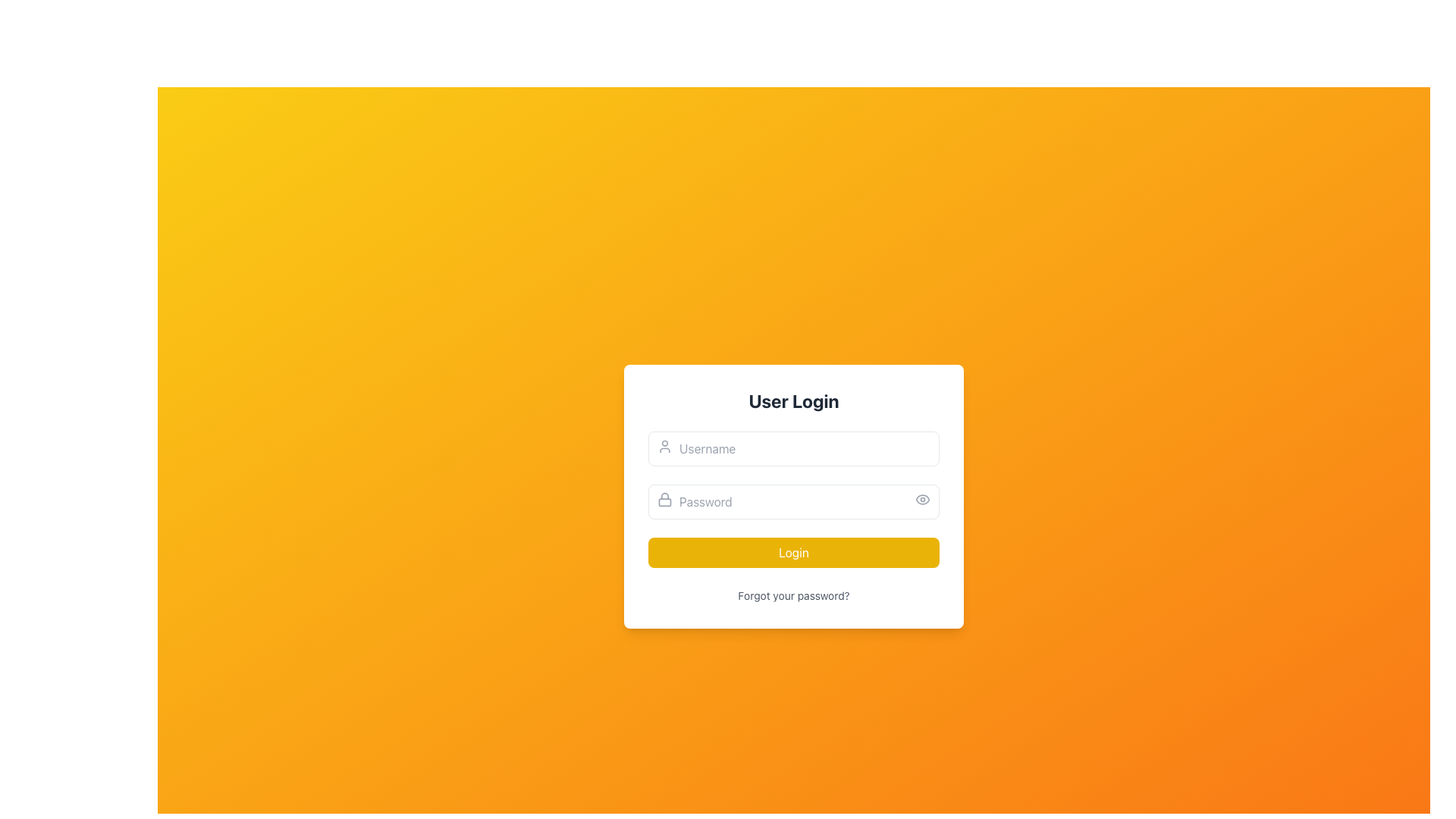 This screenshot has height=819, width=1456. Describe the element at coordinates (792, 516) in the screenshot. I see `the password visibility toggle located in the User Login form element` at that location.